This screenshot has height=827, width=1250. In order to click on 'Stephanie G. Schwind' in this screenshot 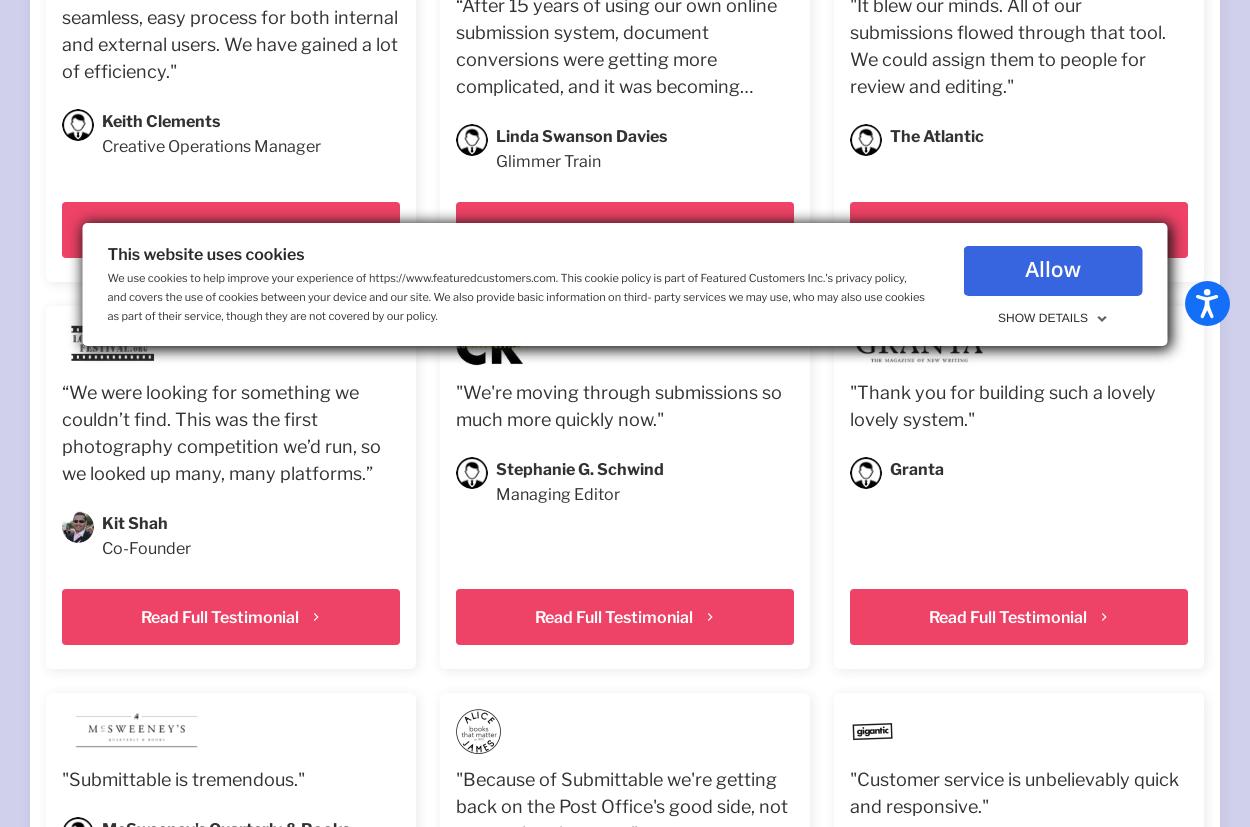, I will do `click(494, 469)`.